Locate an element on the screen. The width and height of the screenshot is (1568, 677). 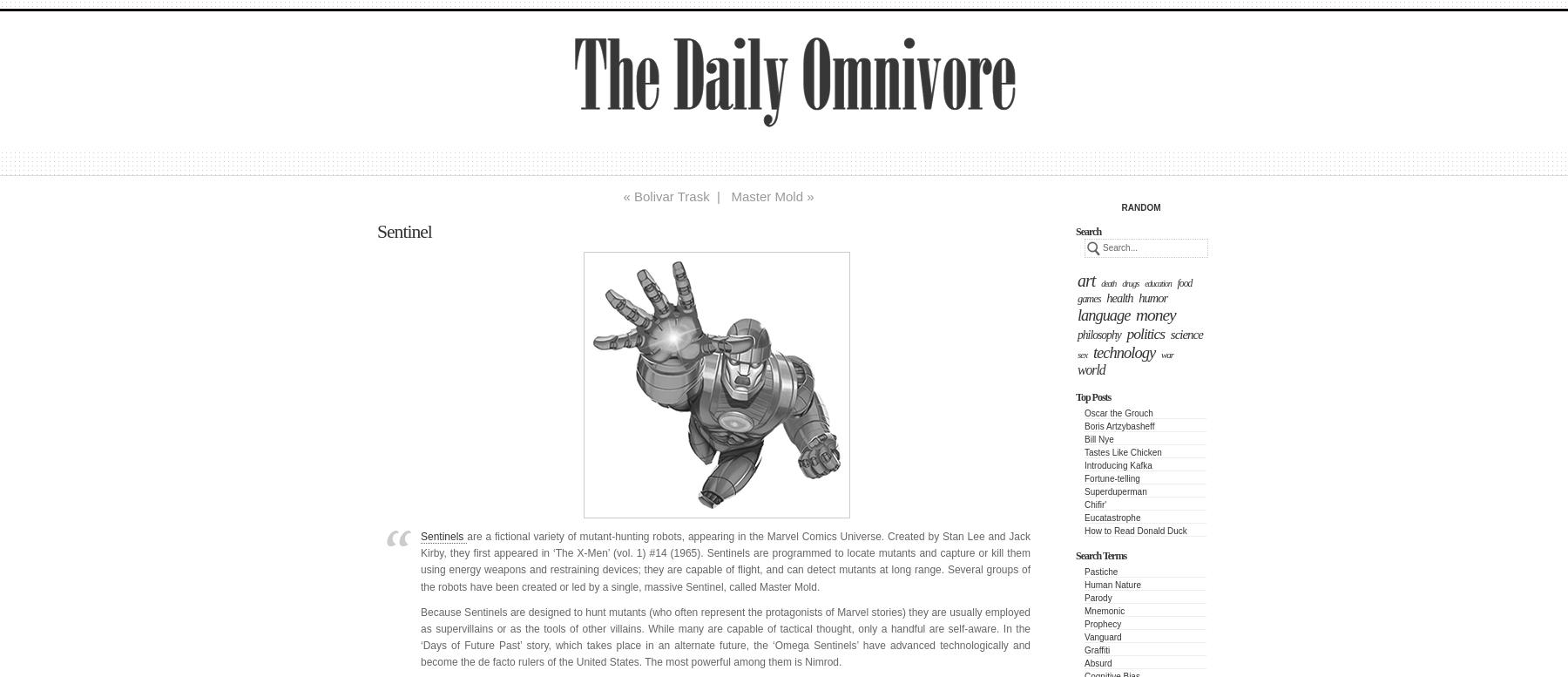
'Absurd' is located at coordinates (1098, 662).